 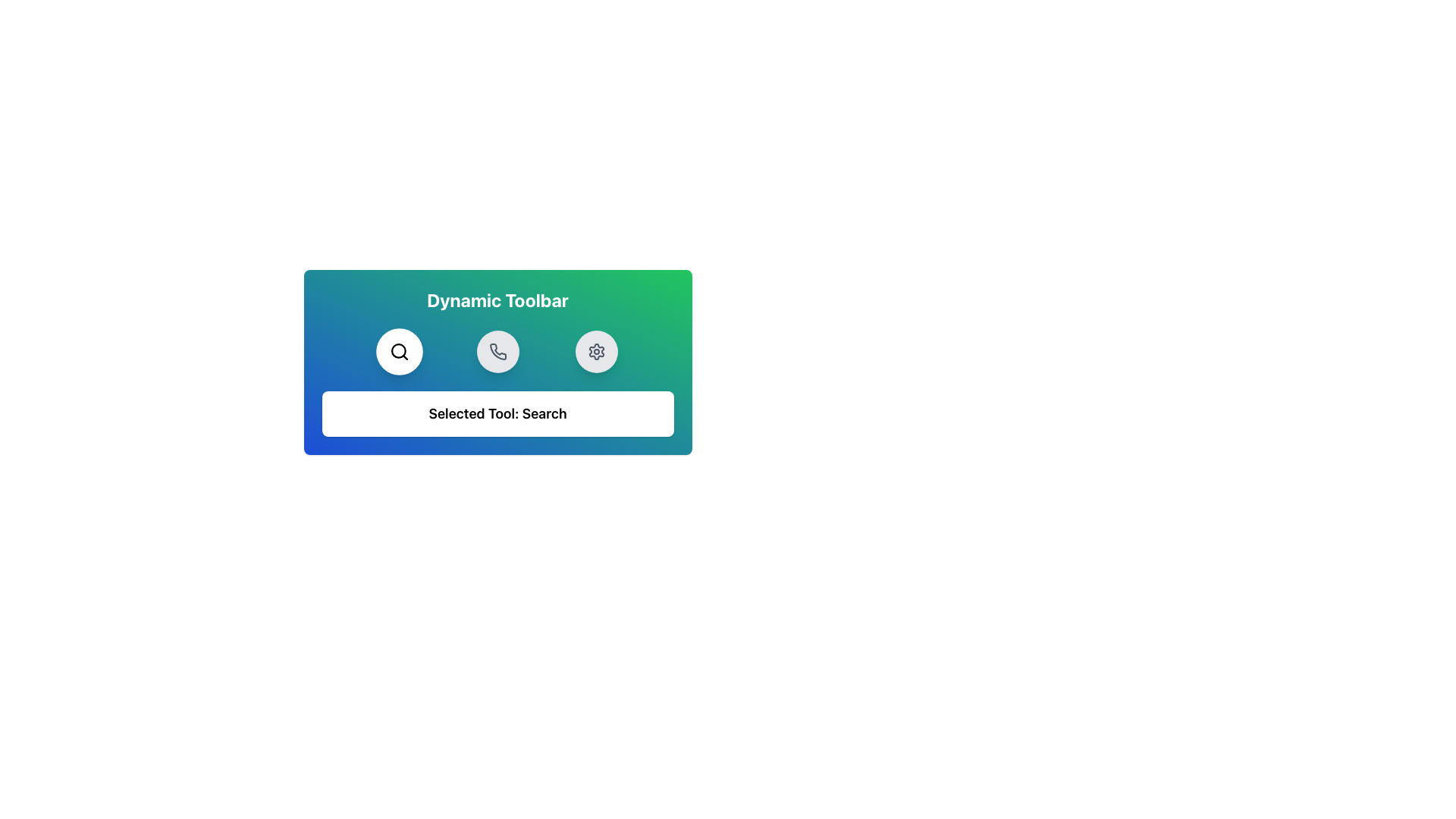 What do you see at coordinates (497, 414) in the screenshot?
I see `the text label displaying 'Selected Tool: Search', which is centered in a rounded, shadowed white rectangle near the bottom of the toolbar interface` at bounding box center [497, 414].